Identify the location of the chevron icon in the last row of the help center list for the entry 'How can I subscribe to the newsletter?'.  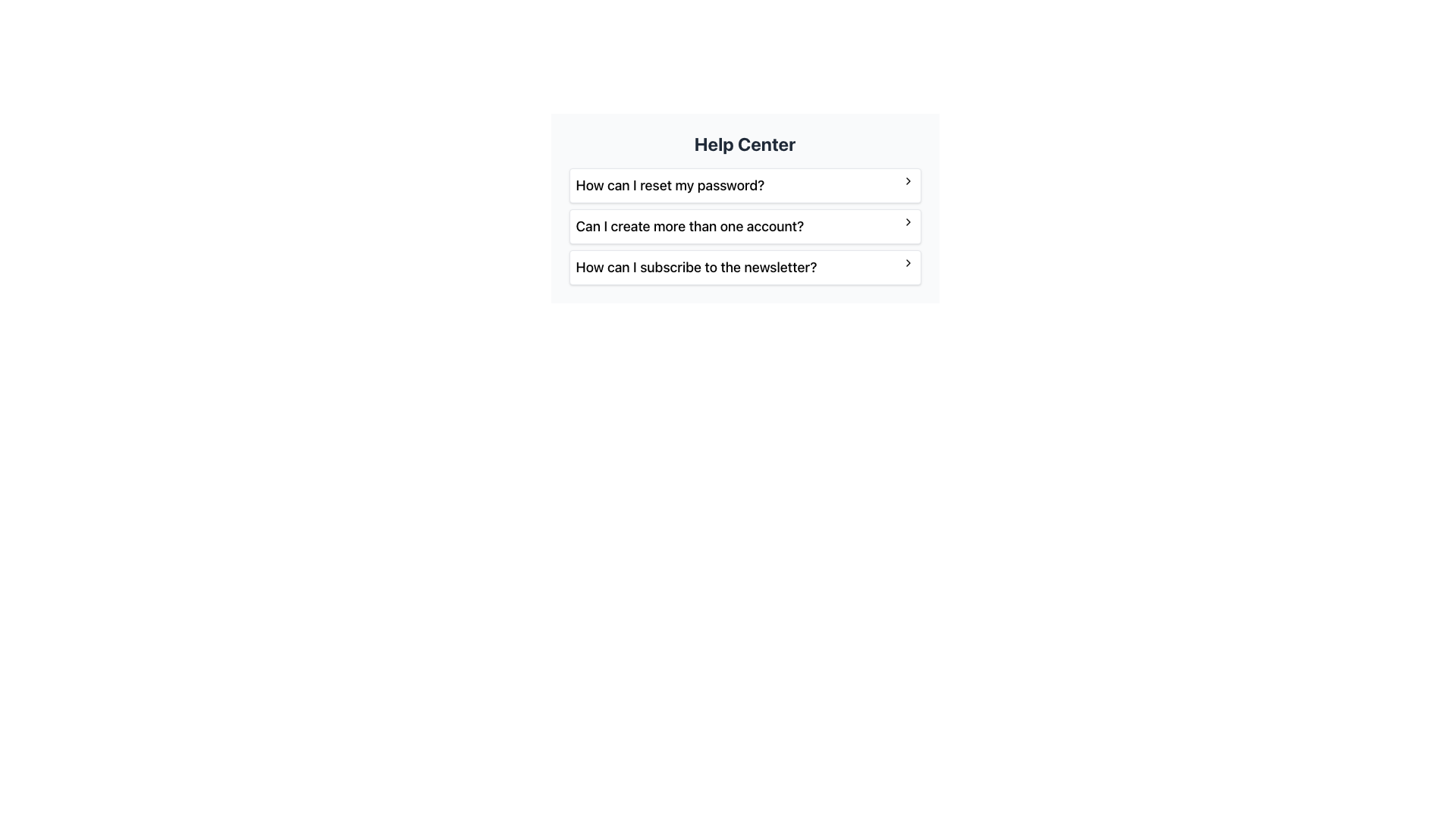
(908, 262).